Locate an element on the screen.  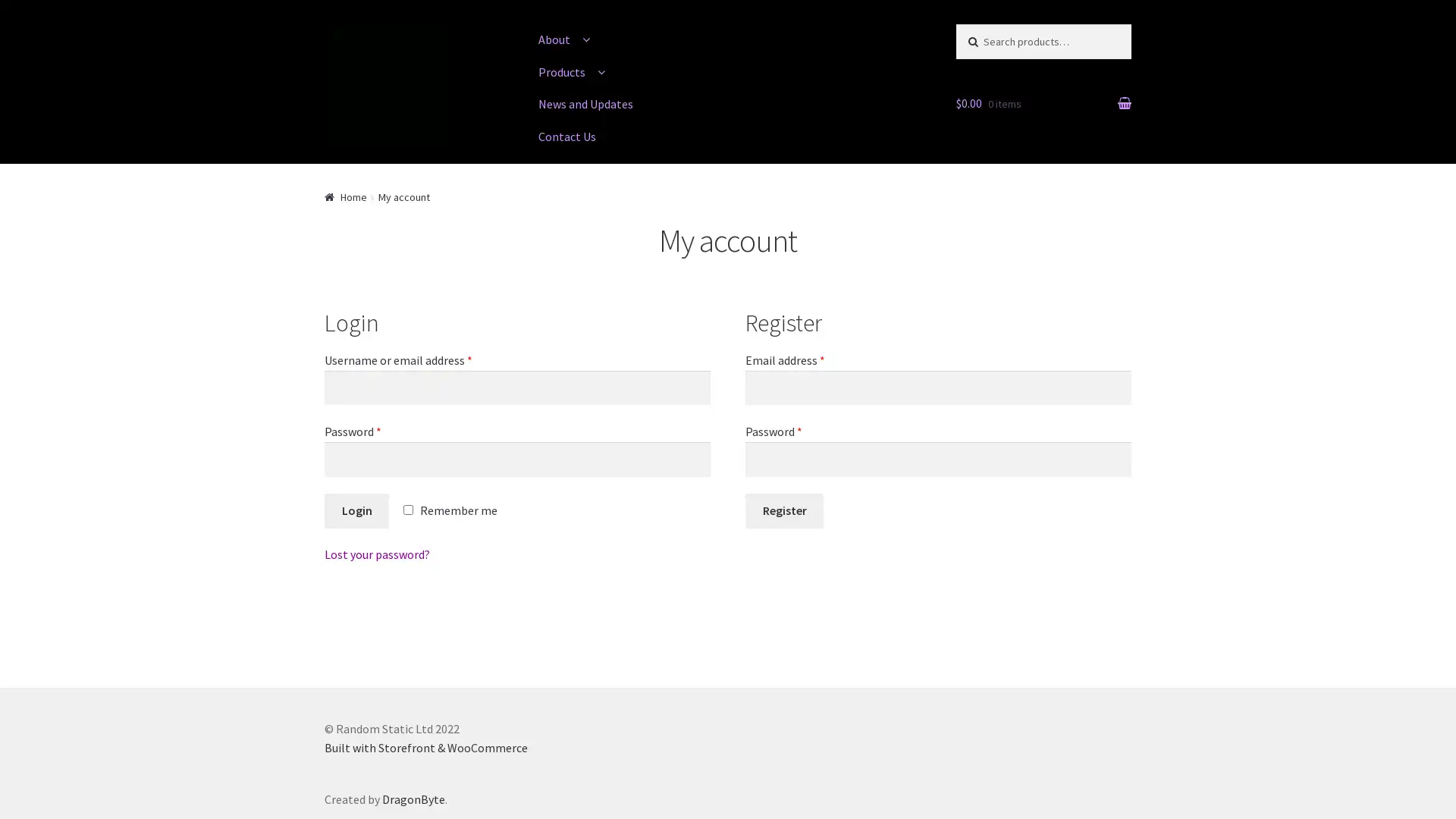
Search is located at coordinates (987, 38).